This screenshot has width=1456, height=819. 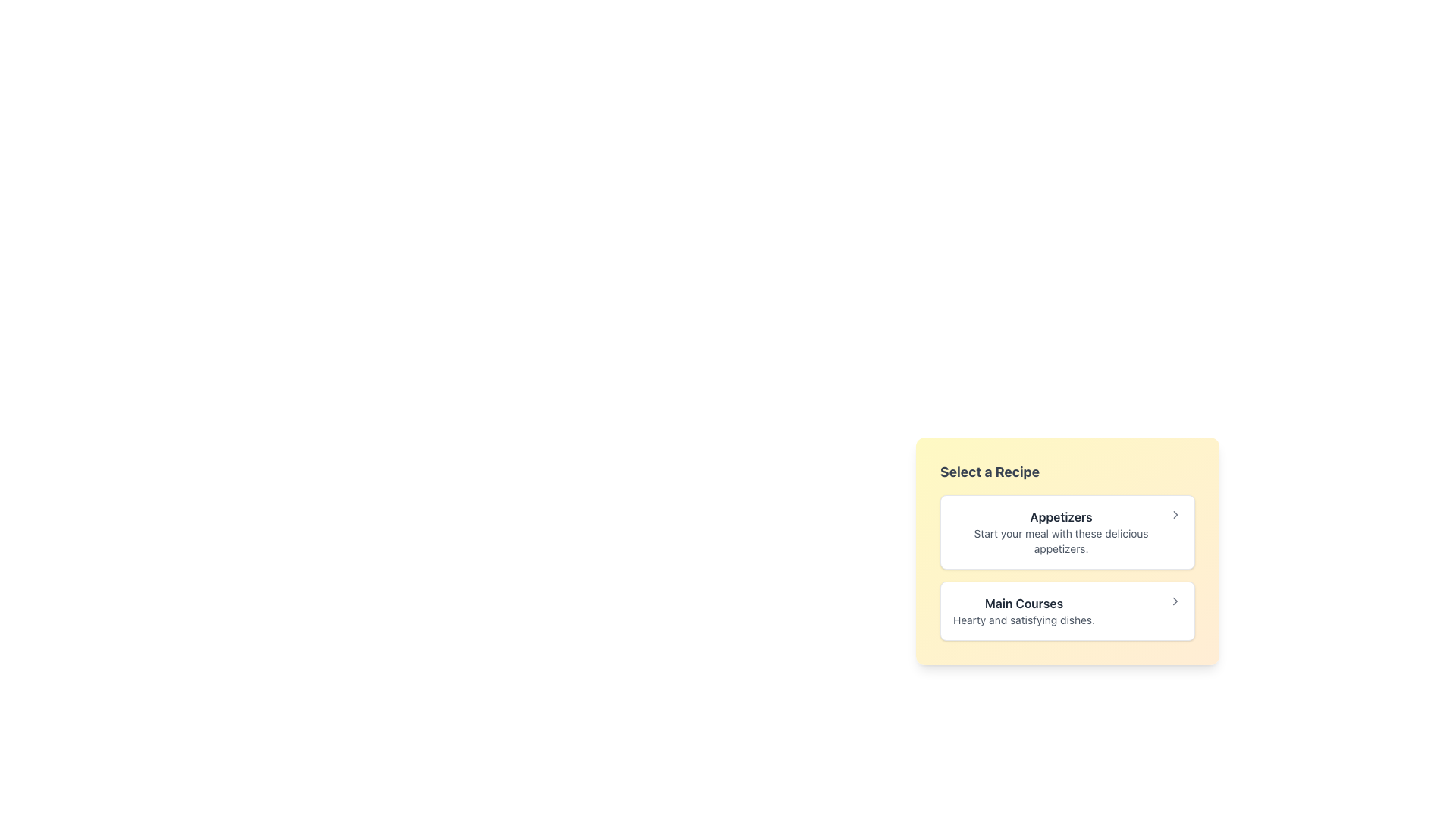 I want to click on the Text Label that serves as a title or heading indicating the purpose of the section, which is centrally positioned above the 'Appetizers' and 'Main Courses' sections, so click(x=990, y=472).